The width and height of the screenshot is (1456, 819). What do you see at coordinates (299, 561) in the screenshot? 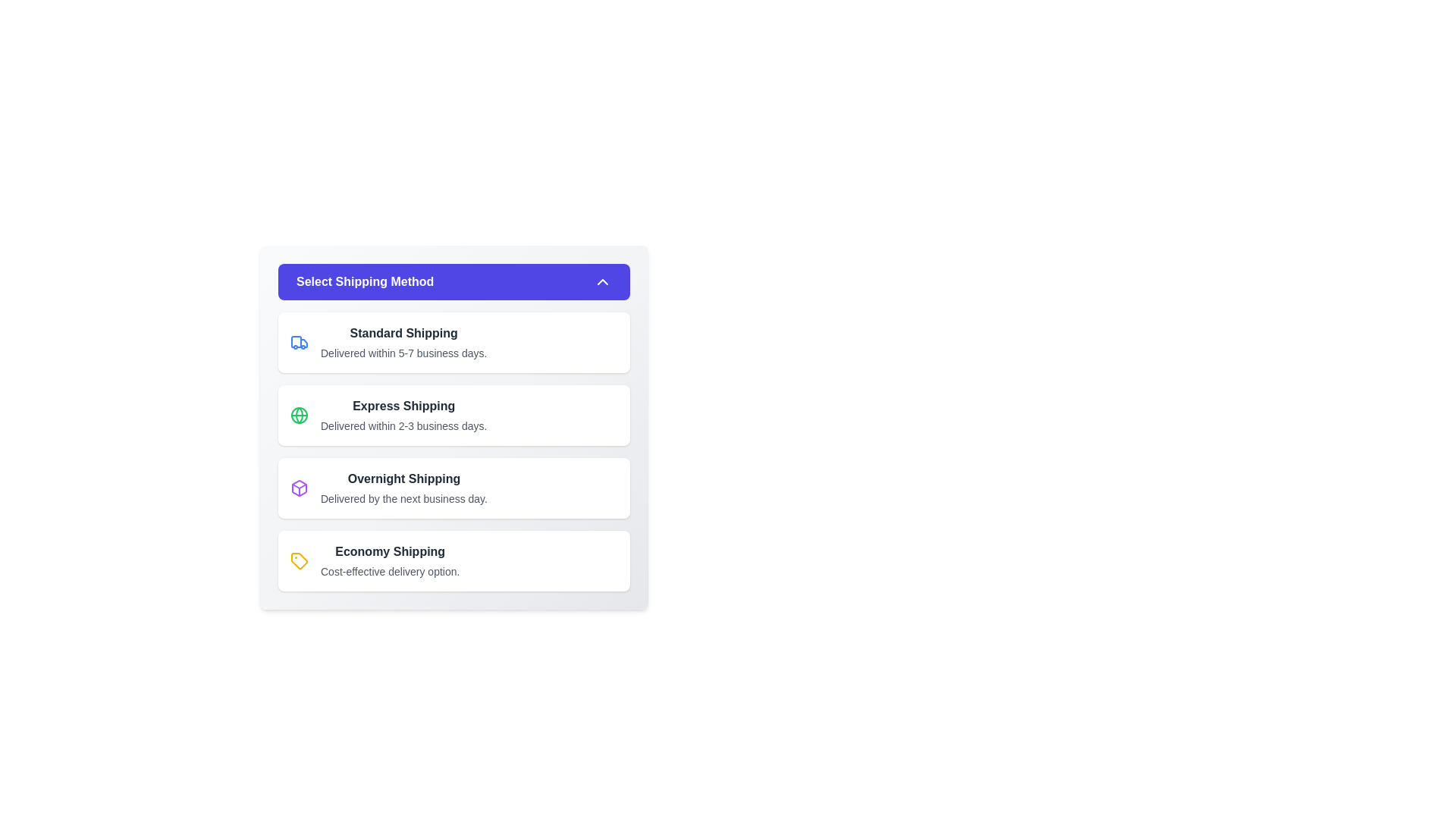
I see `the 'Economy Shipping' icon located in the left portion of the option box` at bounding box center [299, 561].